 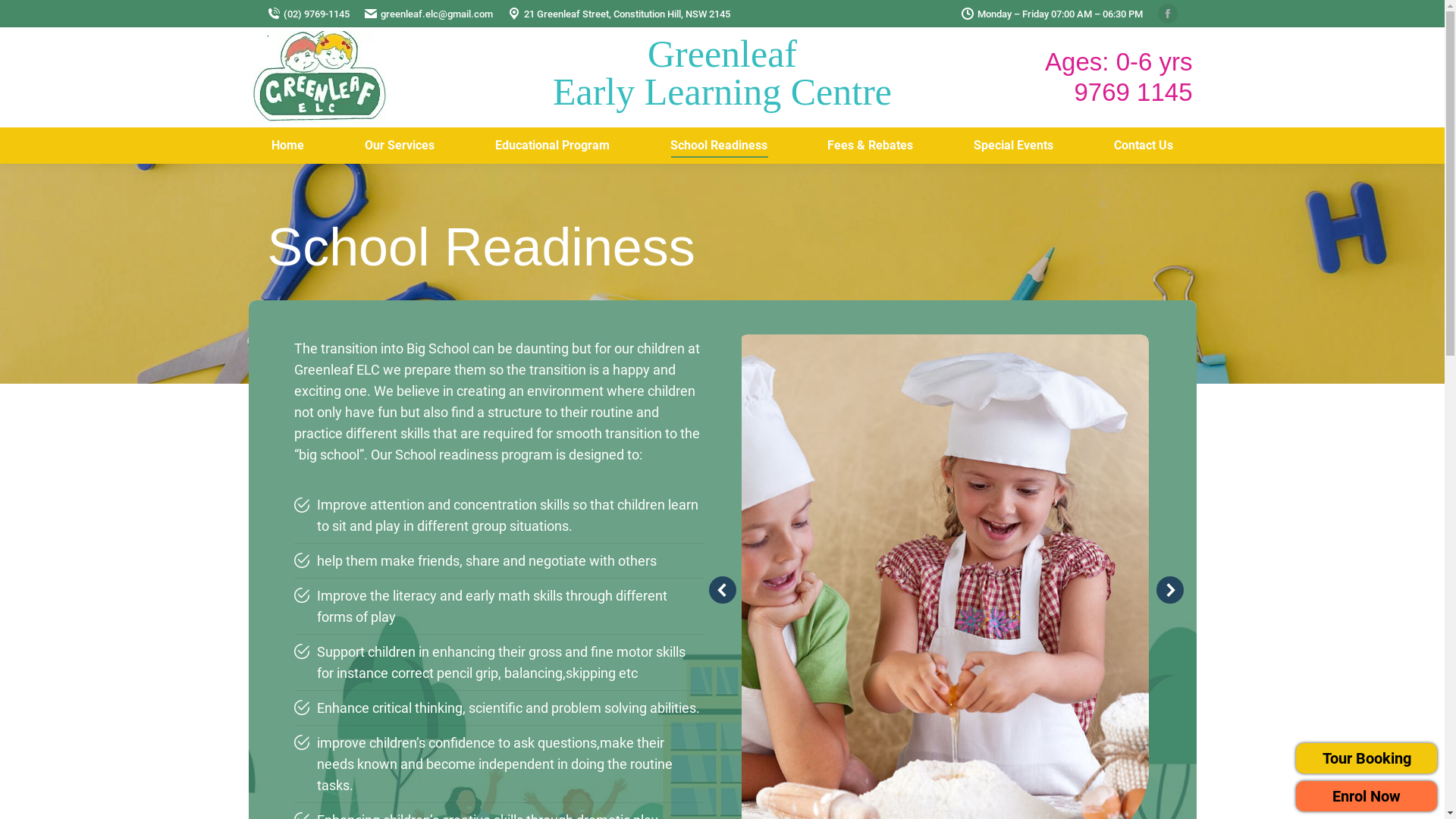 I want to click on 'Special Events', so click(x=952, y=146).